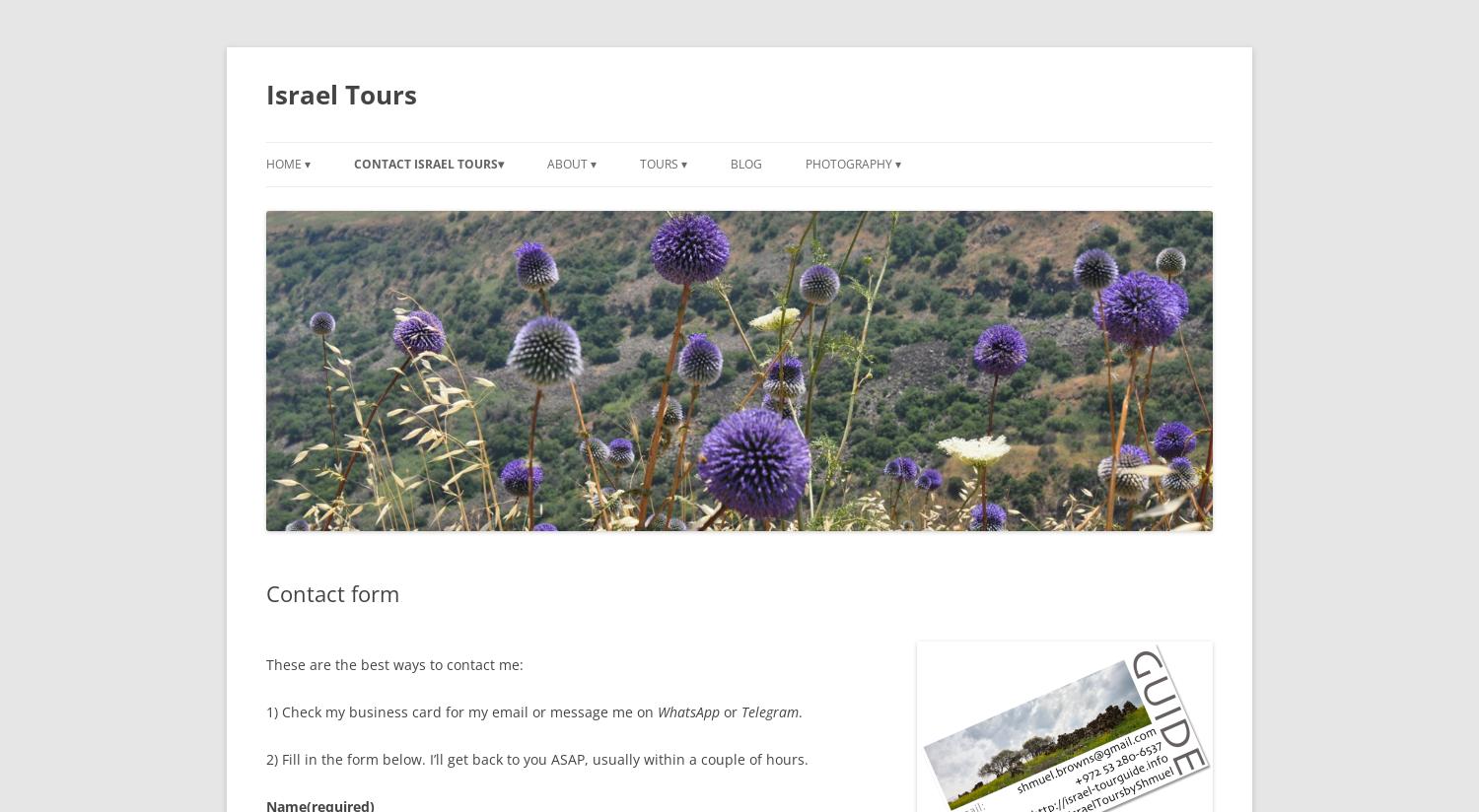  What do you see at coordinates (740, 711) in the screenshot?
I see `'Telegram'` at bounding box center [740, 711].